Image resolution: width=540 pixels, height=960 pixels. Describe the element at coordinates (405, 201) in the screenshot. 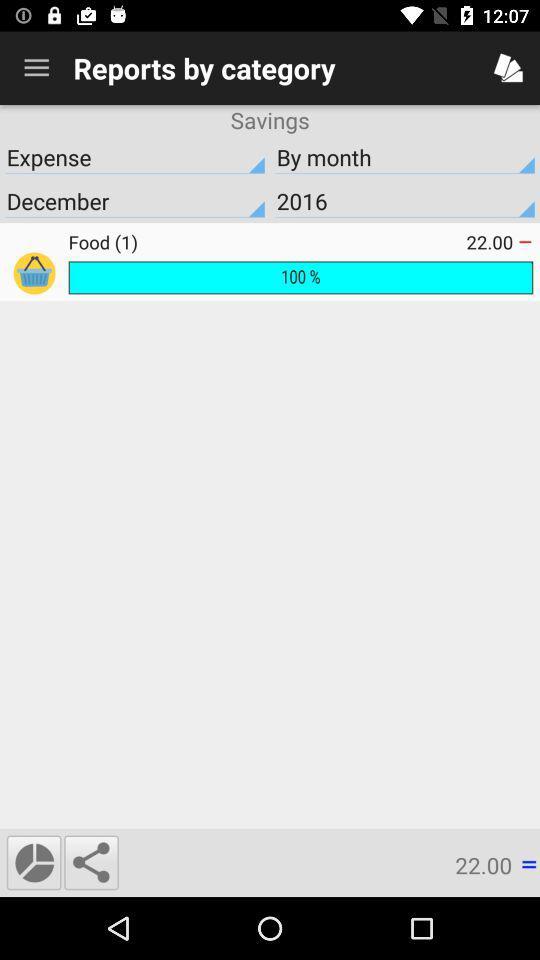

I see `the item below expense` at that location.